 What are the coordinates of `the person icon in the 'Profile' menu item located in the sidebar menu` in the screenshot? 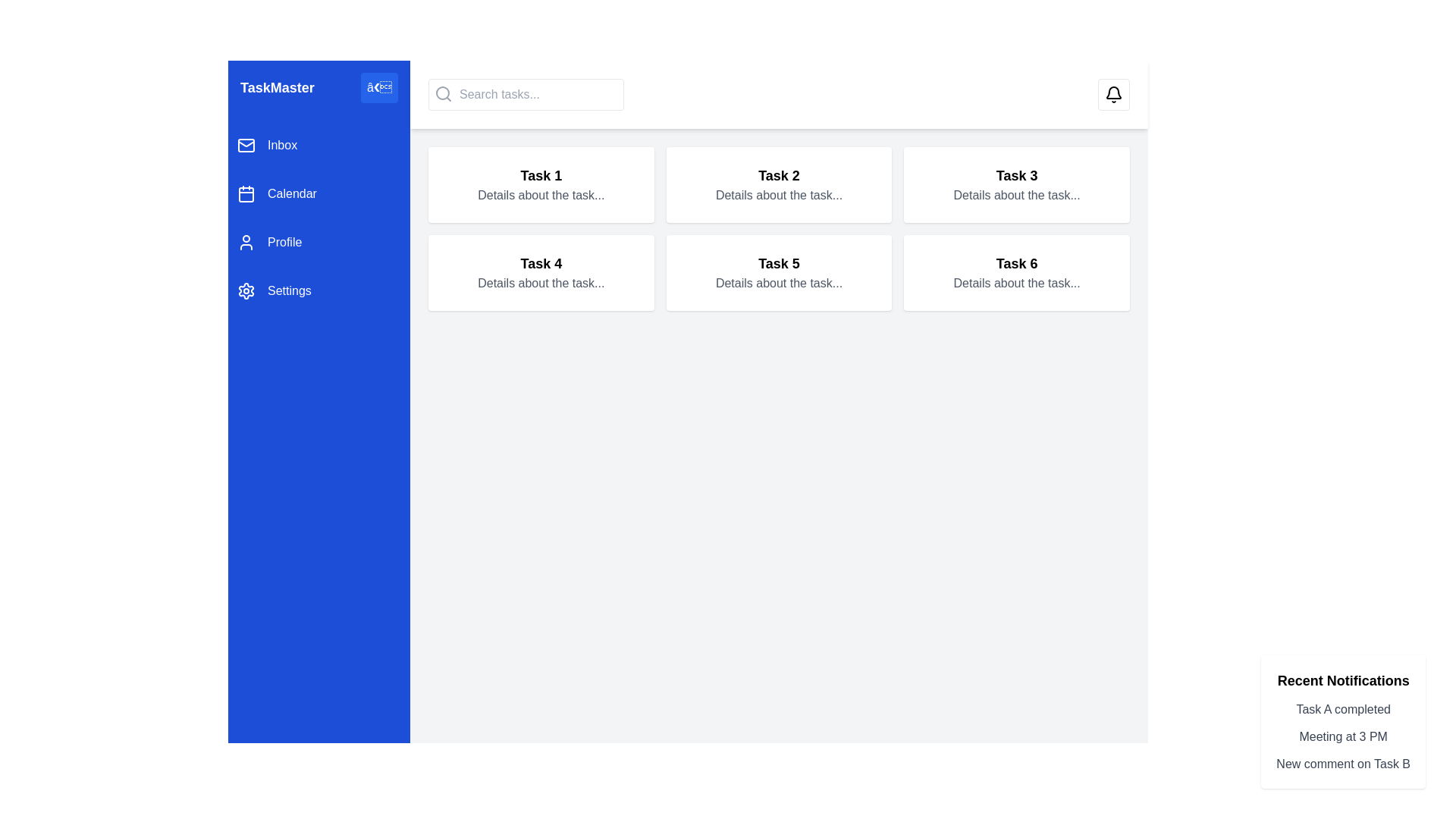 It's located at (246, 242).